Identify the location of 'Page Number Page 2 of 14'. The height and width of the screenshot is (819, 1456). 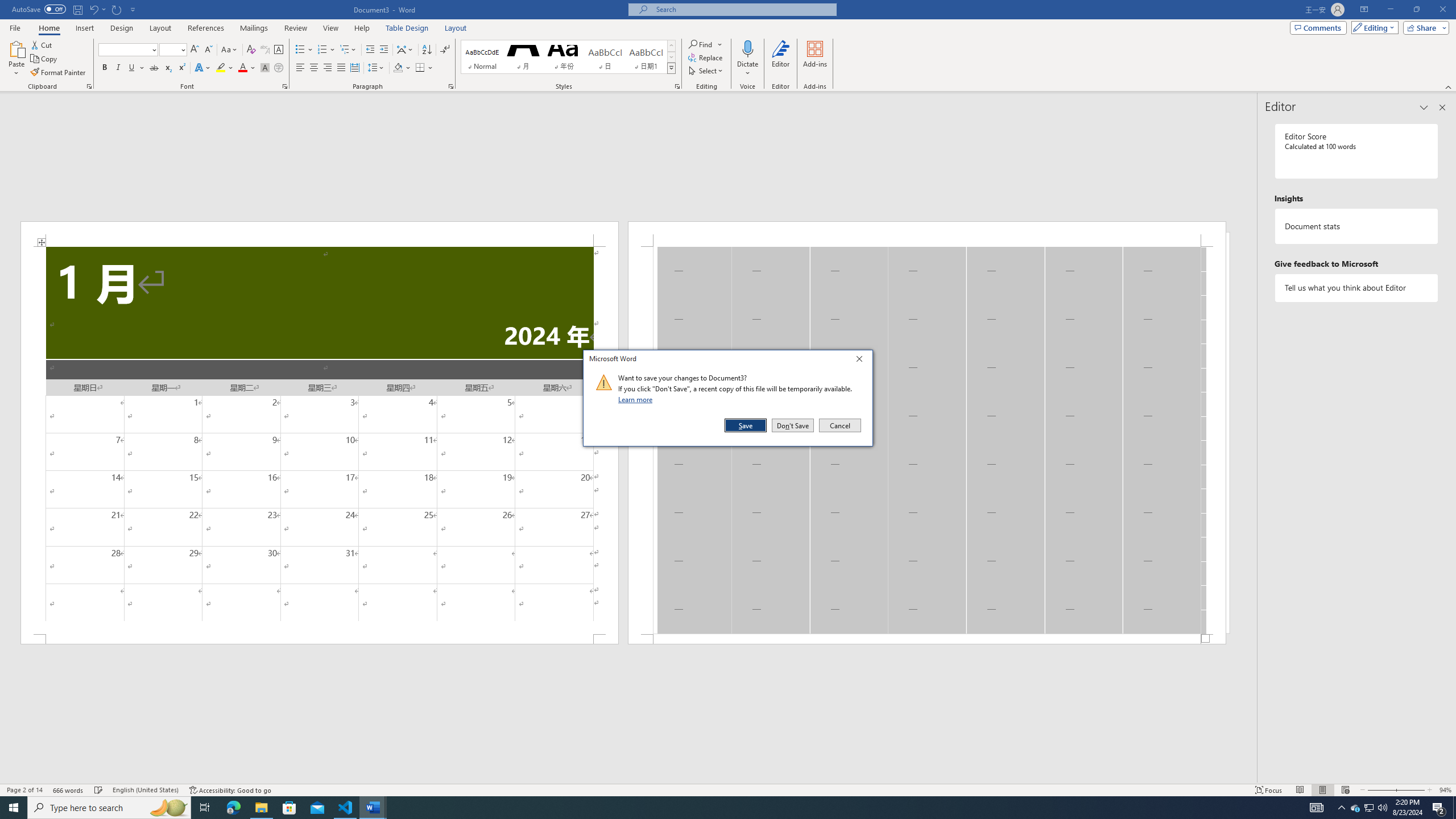
(24, 790).